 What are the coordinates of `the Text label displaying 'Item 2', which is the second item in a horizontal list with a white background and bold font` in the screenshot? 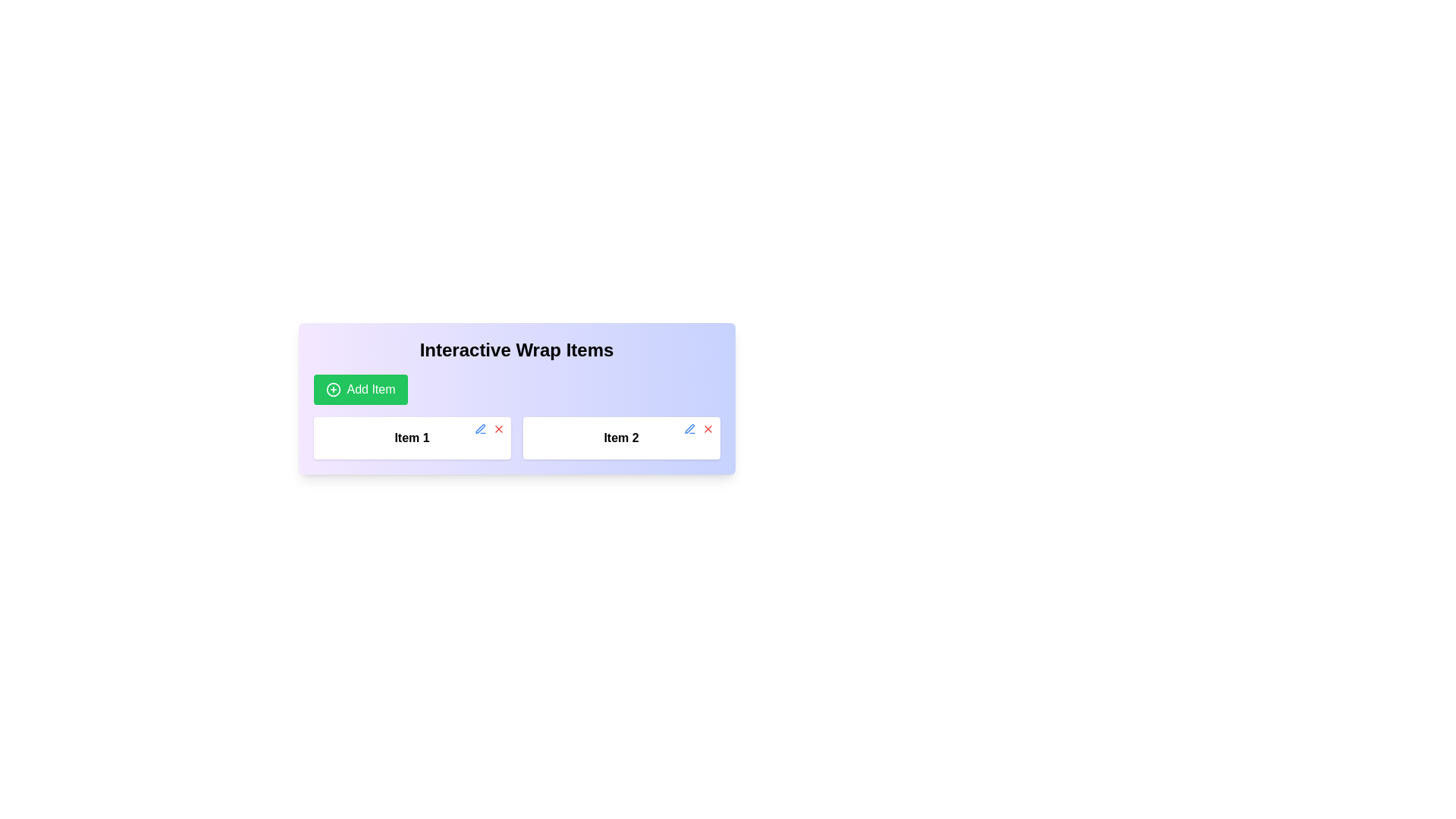 It's located at (621, 438).